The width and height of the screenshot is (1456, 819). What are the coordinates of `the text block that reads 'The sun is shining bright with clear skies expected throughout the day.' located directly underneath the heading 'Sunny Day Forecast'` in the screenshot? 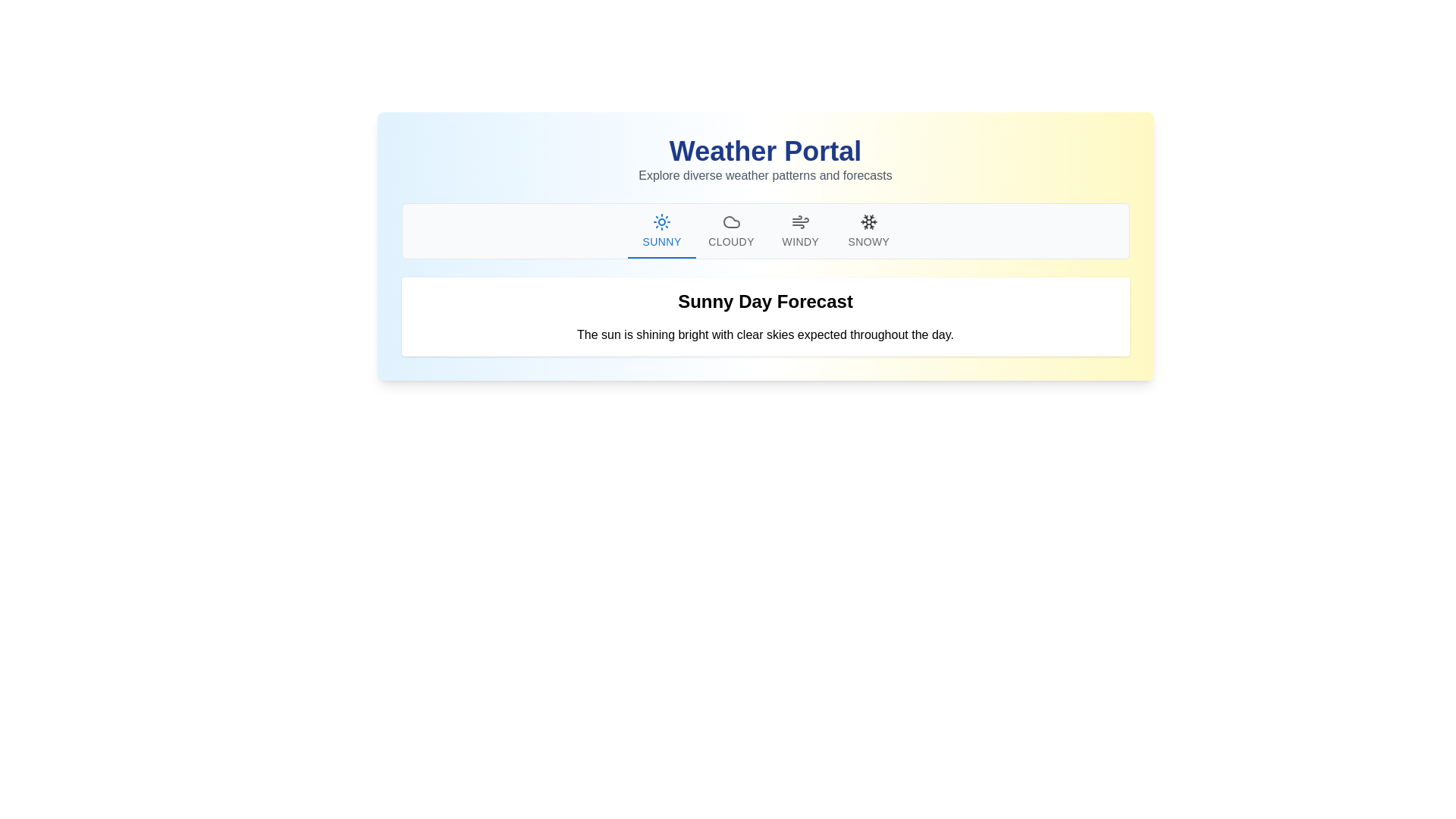 It's located at (765, 334).